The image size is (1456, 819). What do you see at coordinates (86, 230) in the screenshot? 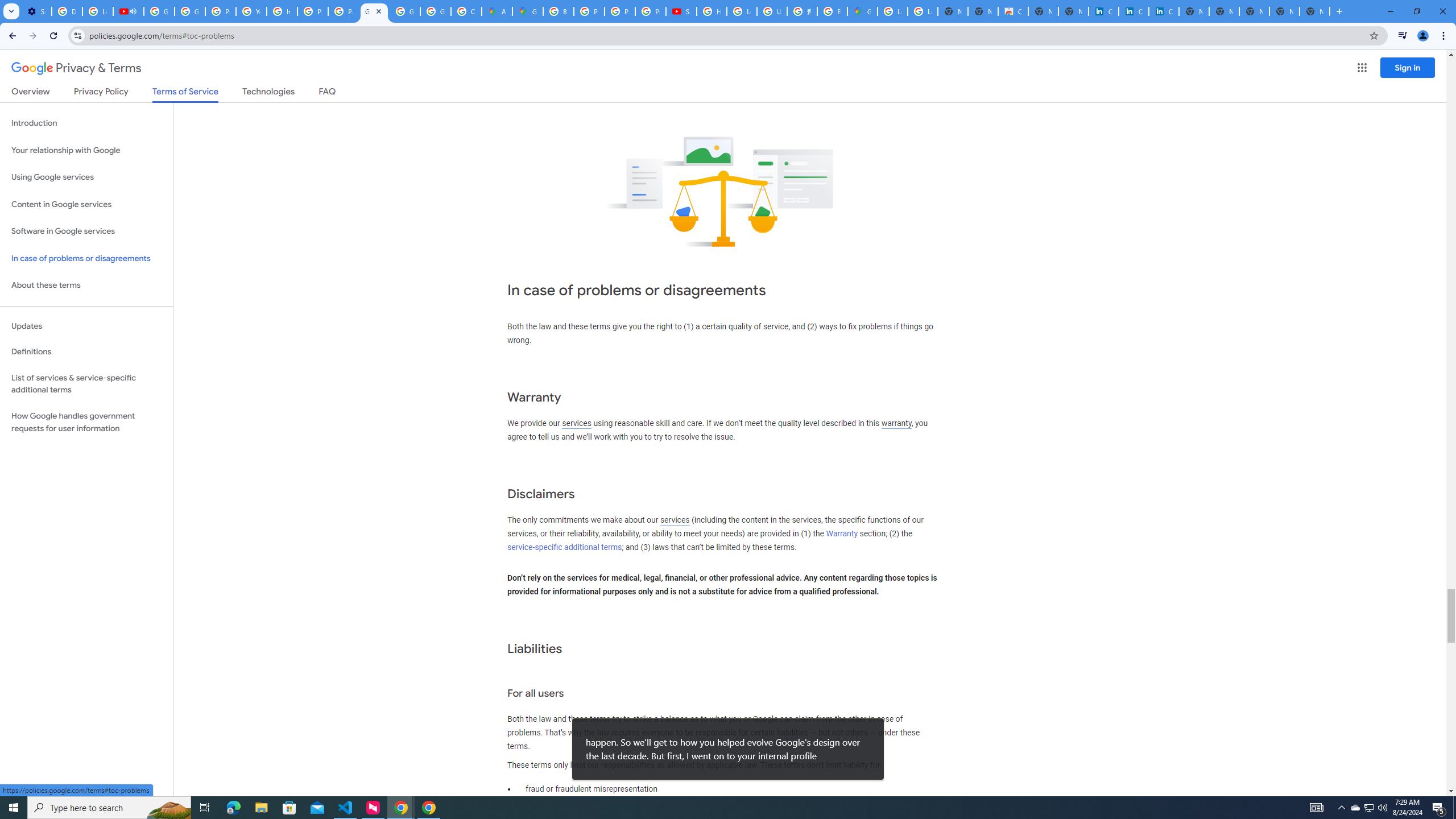
I see `'Software in Google services'` at bounding box center [86, 230].